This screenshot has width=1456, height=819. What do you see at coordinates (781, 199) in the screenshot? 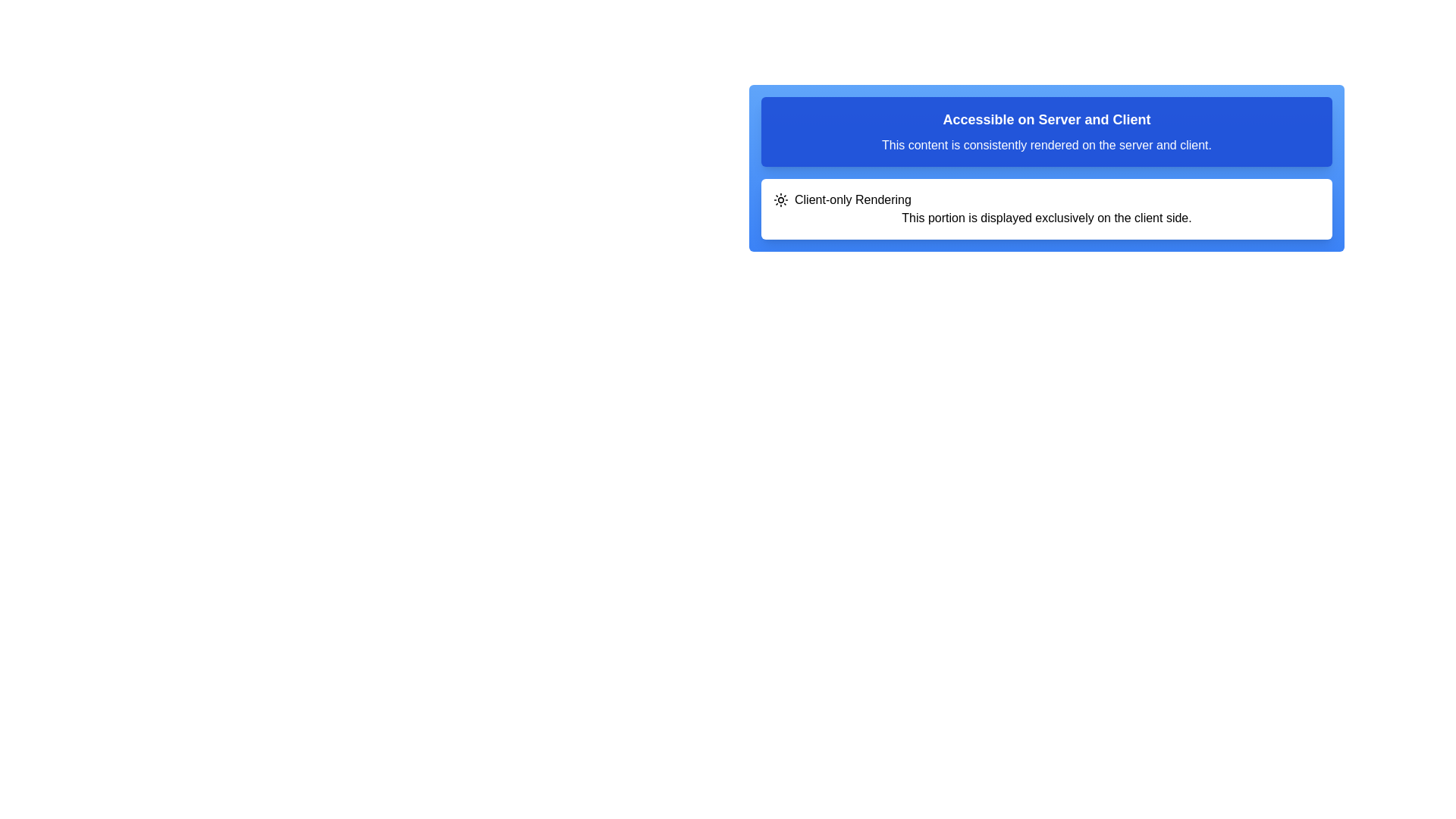
I see `the circular sun-like icon with radiating lines, which is located at the beginning of the row containing the text 'Client-only Rendering'` at bounding box center [781, 199].